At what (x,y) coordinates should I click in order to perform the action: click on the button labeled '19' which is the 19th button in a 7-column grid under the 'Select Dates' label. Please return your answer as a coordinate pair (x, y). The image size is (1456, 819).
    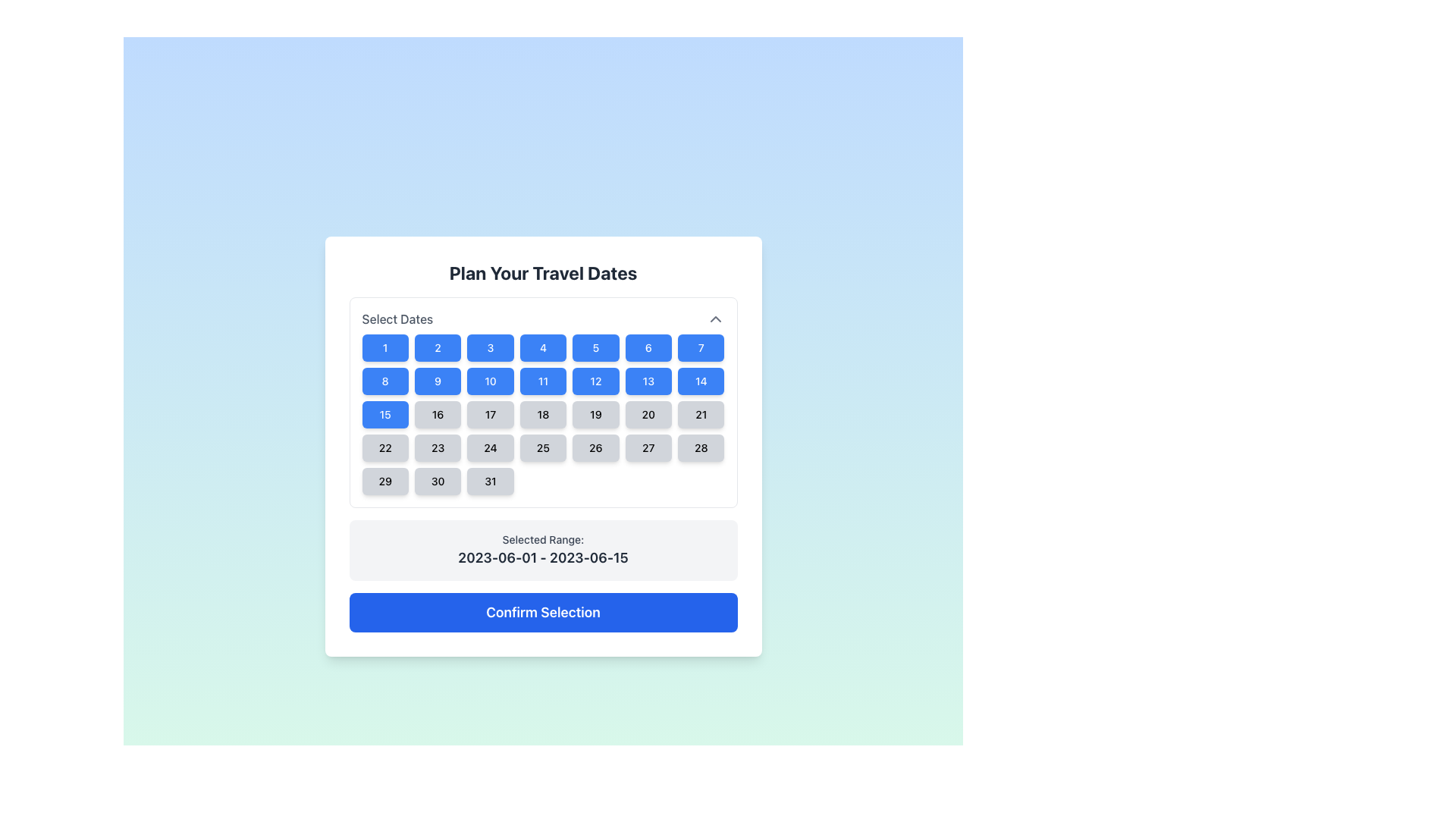
    Looking at the image, I should click on (595, 415).